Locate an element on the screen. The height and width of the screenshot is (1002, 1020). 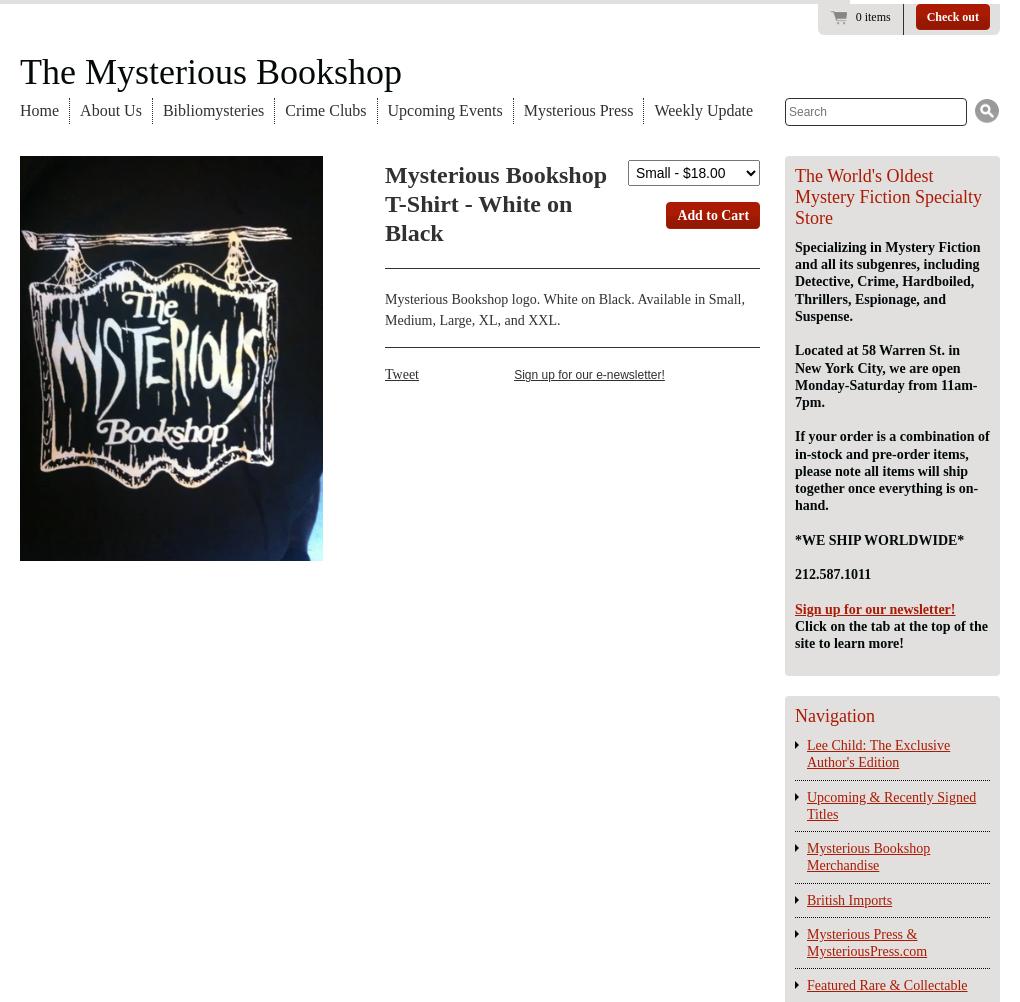
'Sign up for 
our e-newsletter!' is located at coordinates (589, 375).